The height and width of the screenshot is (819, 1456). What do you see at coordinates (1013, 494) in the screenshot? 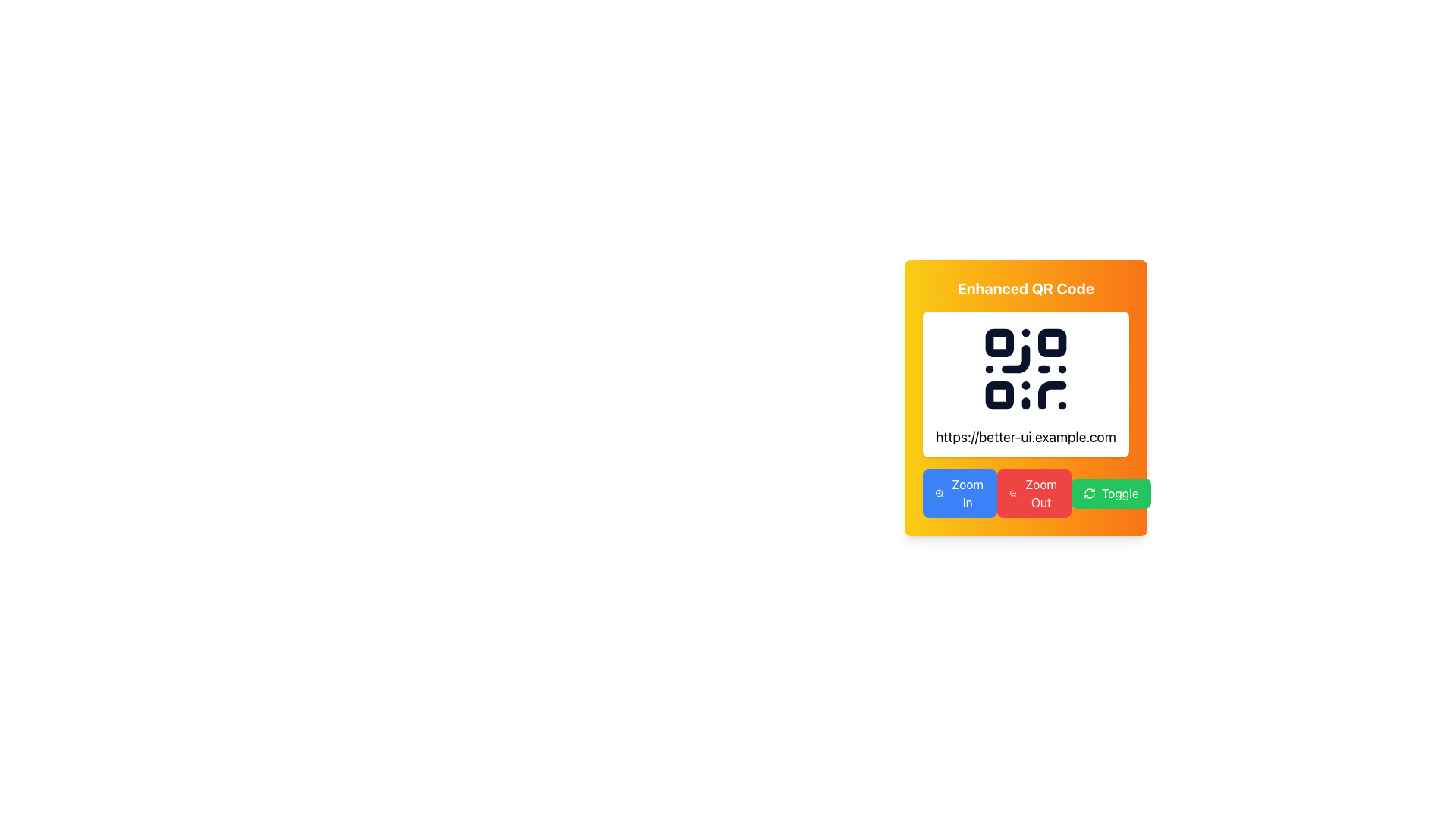
I see `the 'Zoom Out' icon located centrally below the QR code interface` at bounding box center [1013, 494].